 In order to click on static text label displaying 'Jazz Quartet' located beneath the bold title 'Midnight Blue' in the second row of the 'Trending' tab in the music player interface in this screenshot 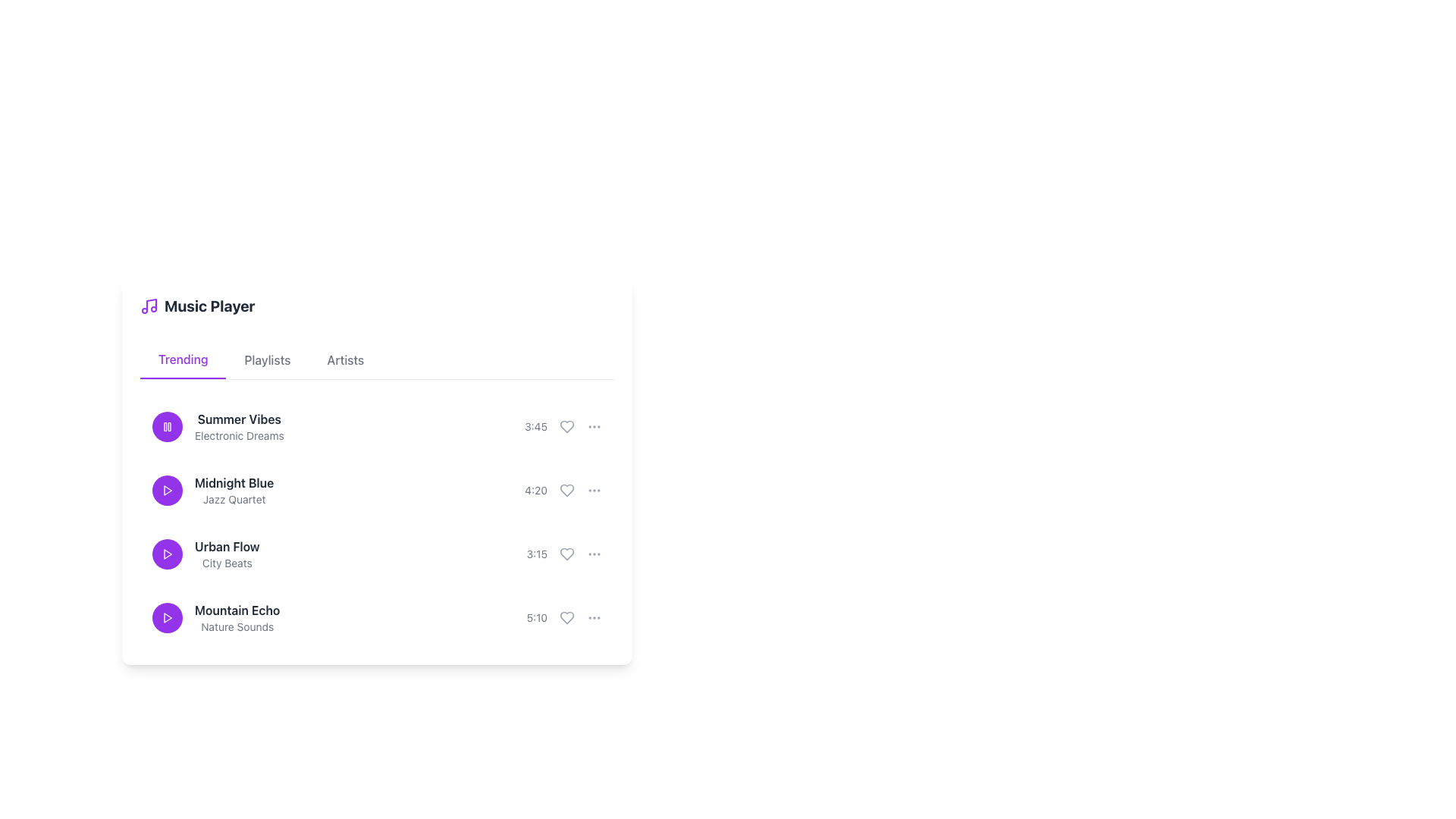, I will do `click(234, 500)`.